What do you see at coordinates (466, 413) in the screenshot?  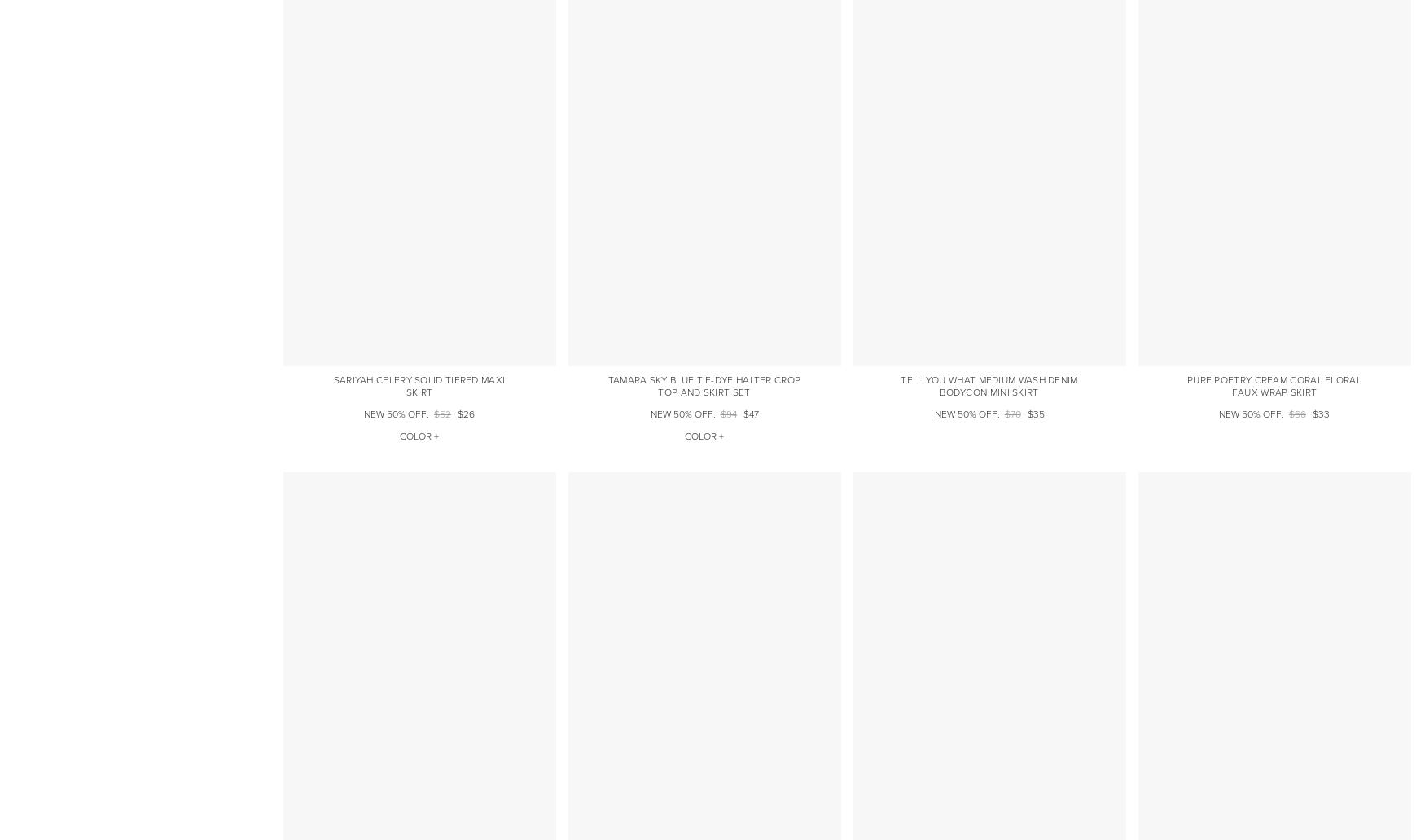 I see `'$26'` at bounding box center [466, 413].